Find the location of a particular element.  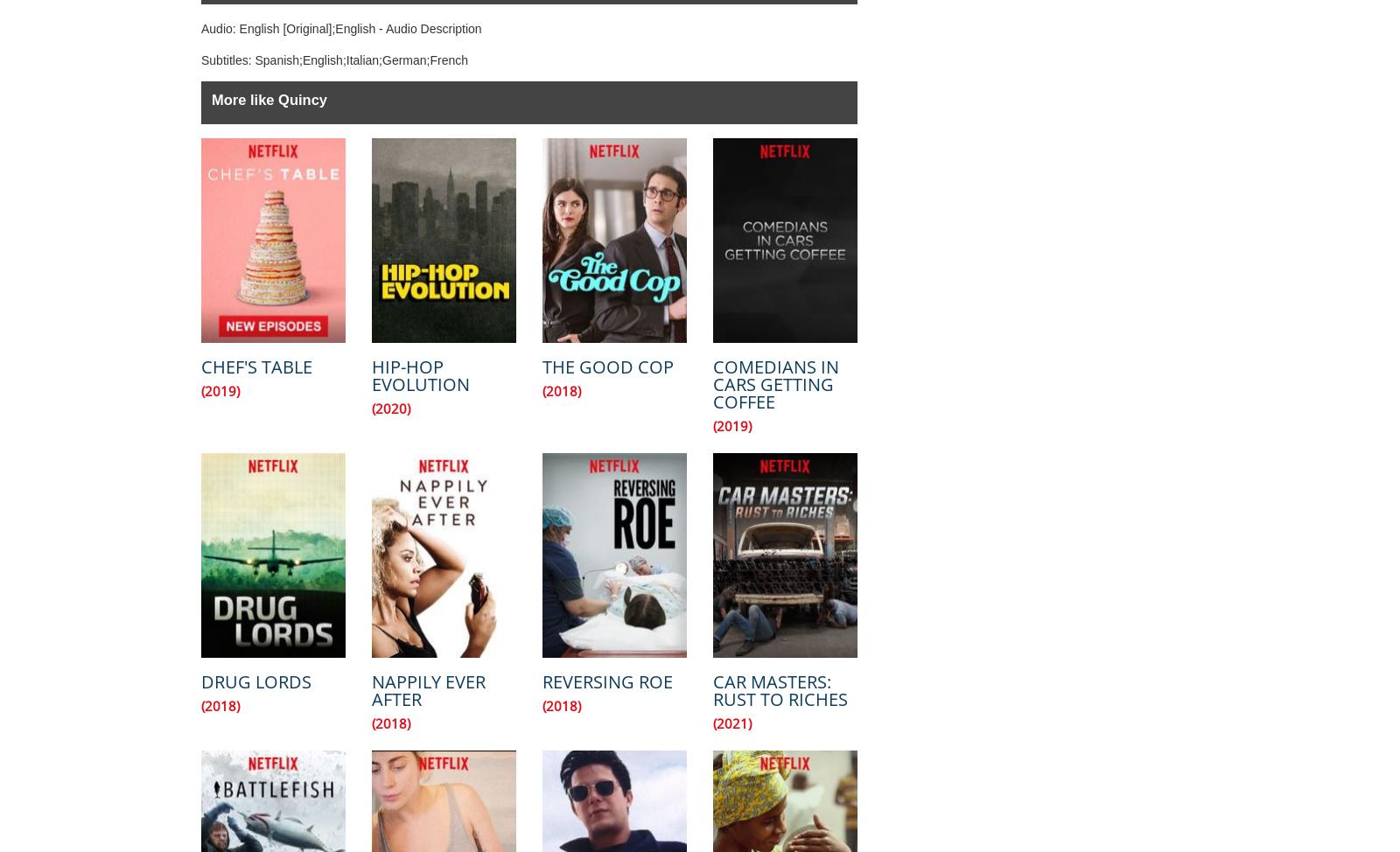

'Reversing Roe' is located at coordinates (607, 681).